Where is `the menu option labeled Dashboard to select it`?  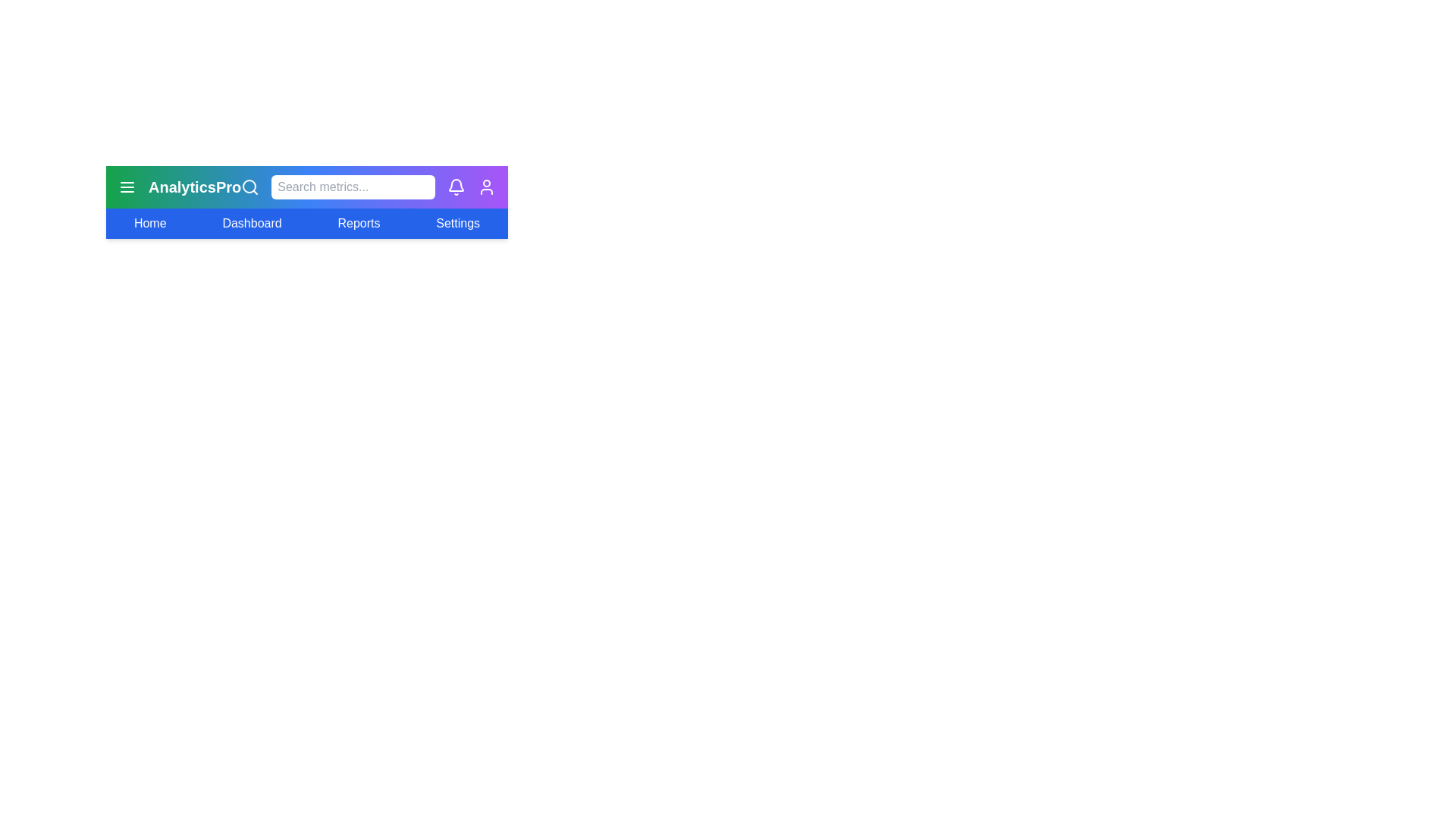
the menu option labeled Dashboard to select it is located at coordinates (252, 223).